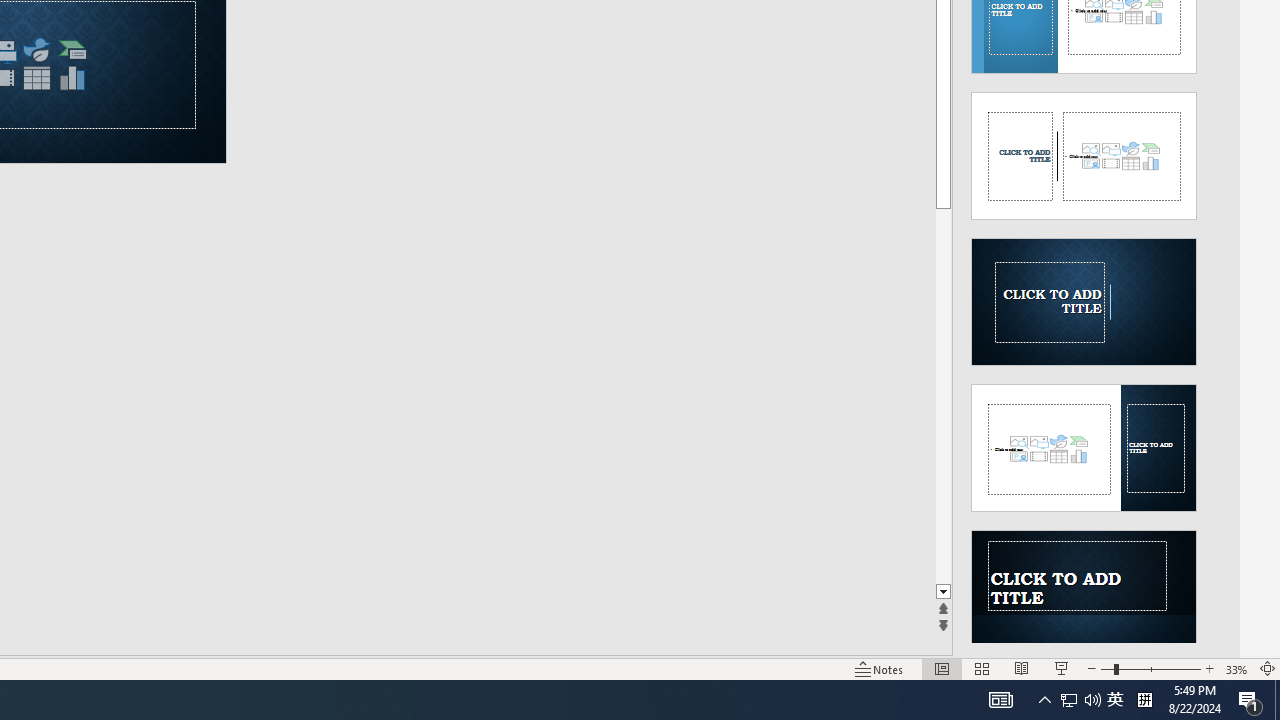 This screenshot has width=1280, height=720. What do you see at coordinates (1236, 669) in the screenshot?
I see `'Zoom 33%'` at bounding box center [1236, 669].